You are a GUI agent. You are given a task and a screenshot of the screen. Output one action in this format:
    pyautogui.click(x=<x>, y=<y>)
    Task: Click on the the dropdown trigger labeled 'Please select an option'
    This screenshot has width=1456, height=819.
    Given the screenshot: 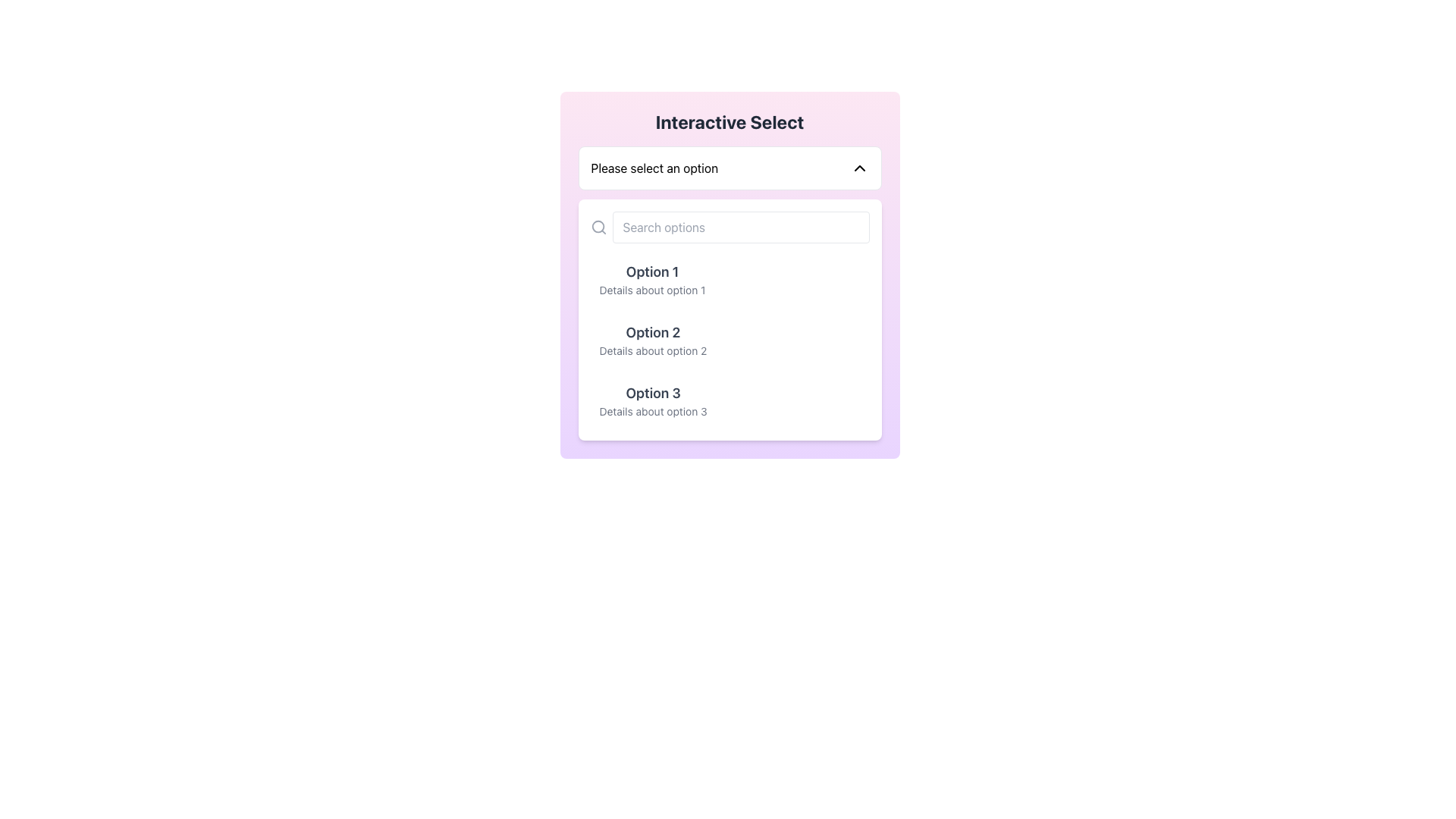 What is the action you would take?
    pyautogui.click(x=730, y=168)
    